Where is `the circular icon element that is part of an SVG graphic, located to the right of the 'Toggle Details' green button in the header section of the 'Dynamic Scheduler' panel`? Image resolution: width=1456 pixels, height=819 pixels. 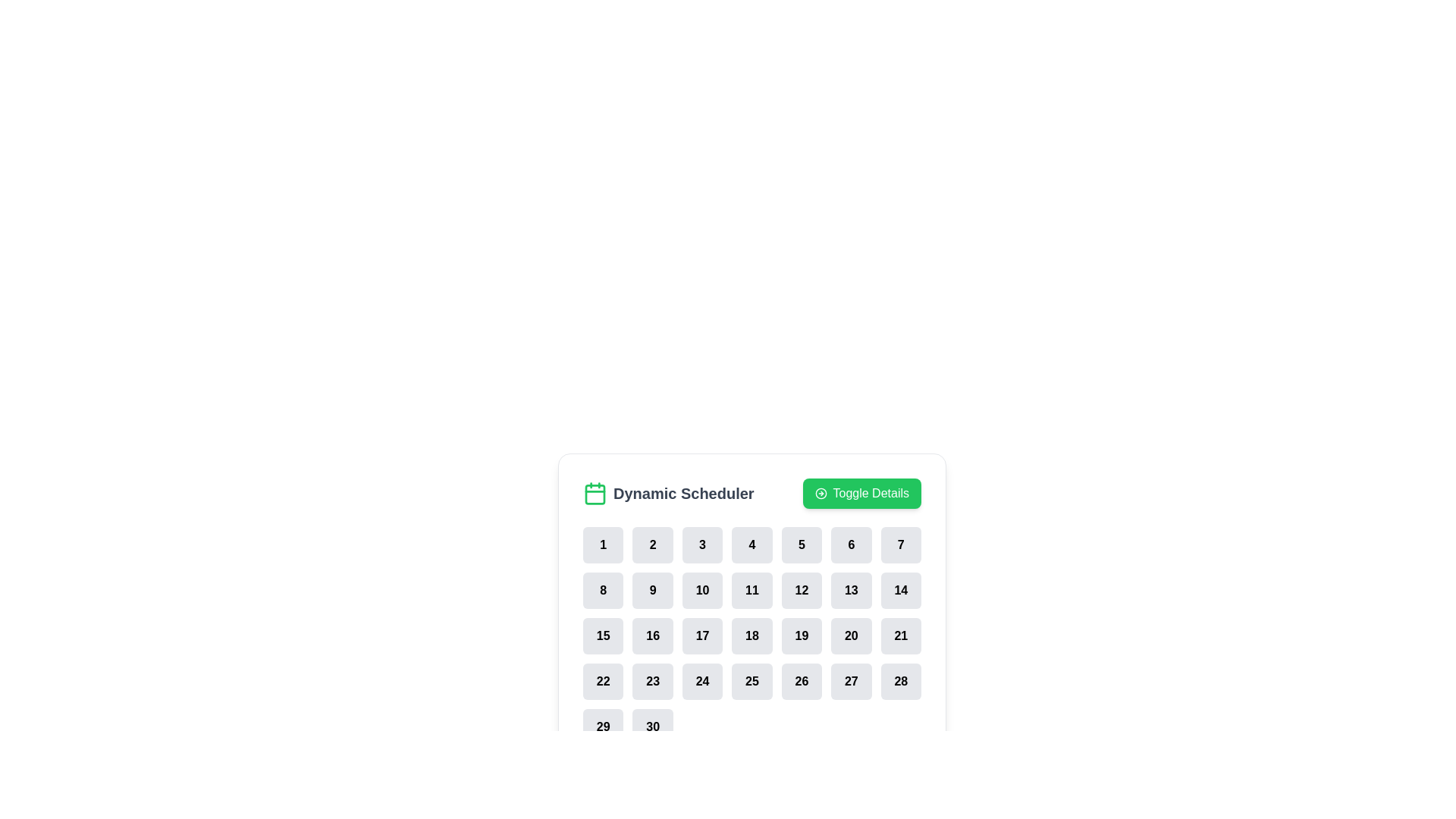
the circular icon element that is part of an SVG graphic, located to the right of the 'Toggle Details' green button in the header section of the 'Dynamic Scheduler' panel is located at coordinates (820, 494).